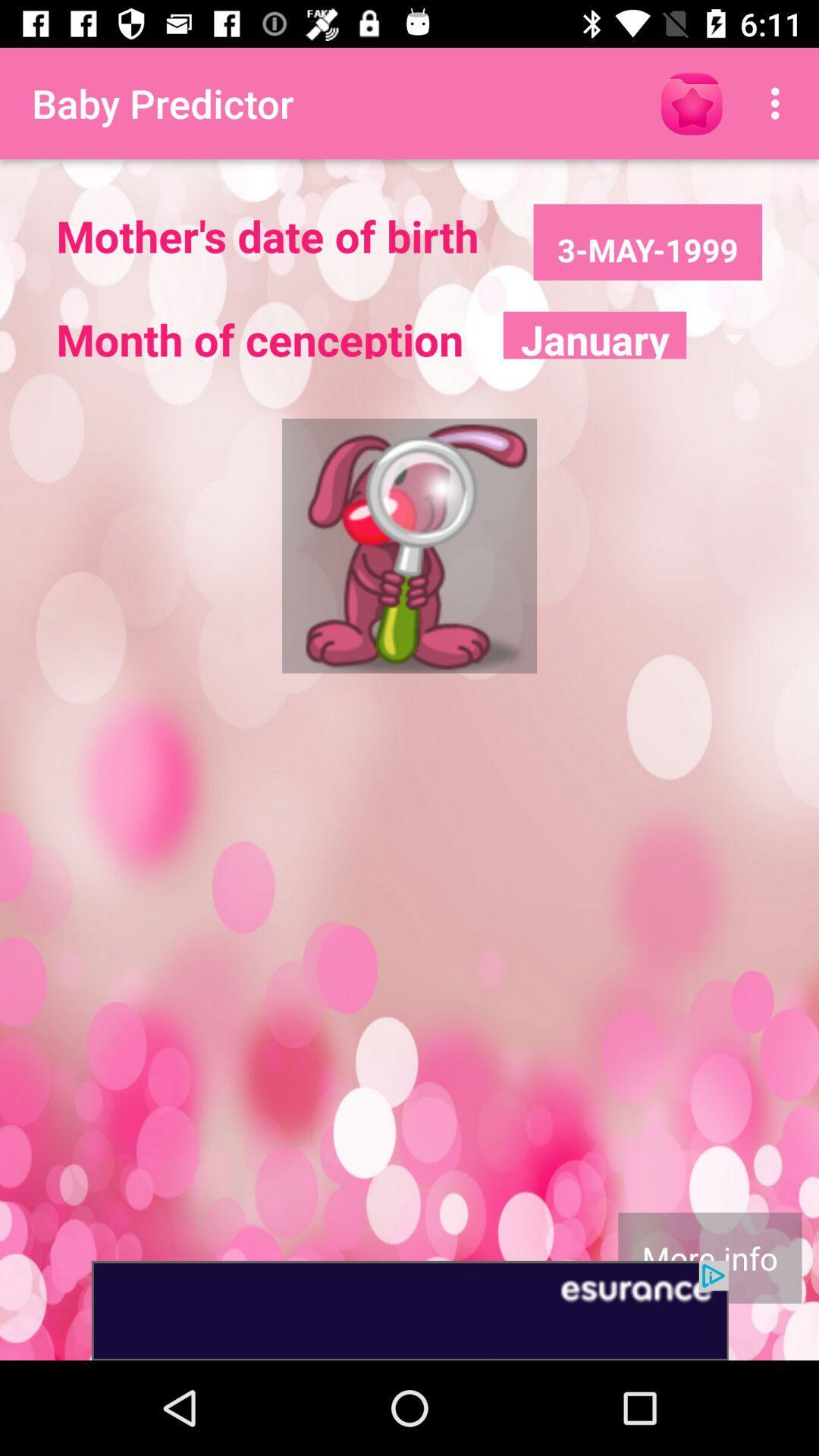 The height and width of the screenshot is (1456, 819). Describe the element at coordinates (409, 1310) in the screenshot. I see `go next` at that location.